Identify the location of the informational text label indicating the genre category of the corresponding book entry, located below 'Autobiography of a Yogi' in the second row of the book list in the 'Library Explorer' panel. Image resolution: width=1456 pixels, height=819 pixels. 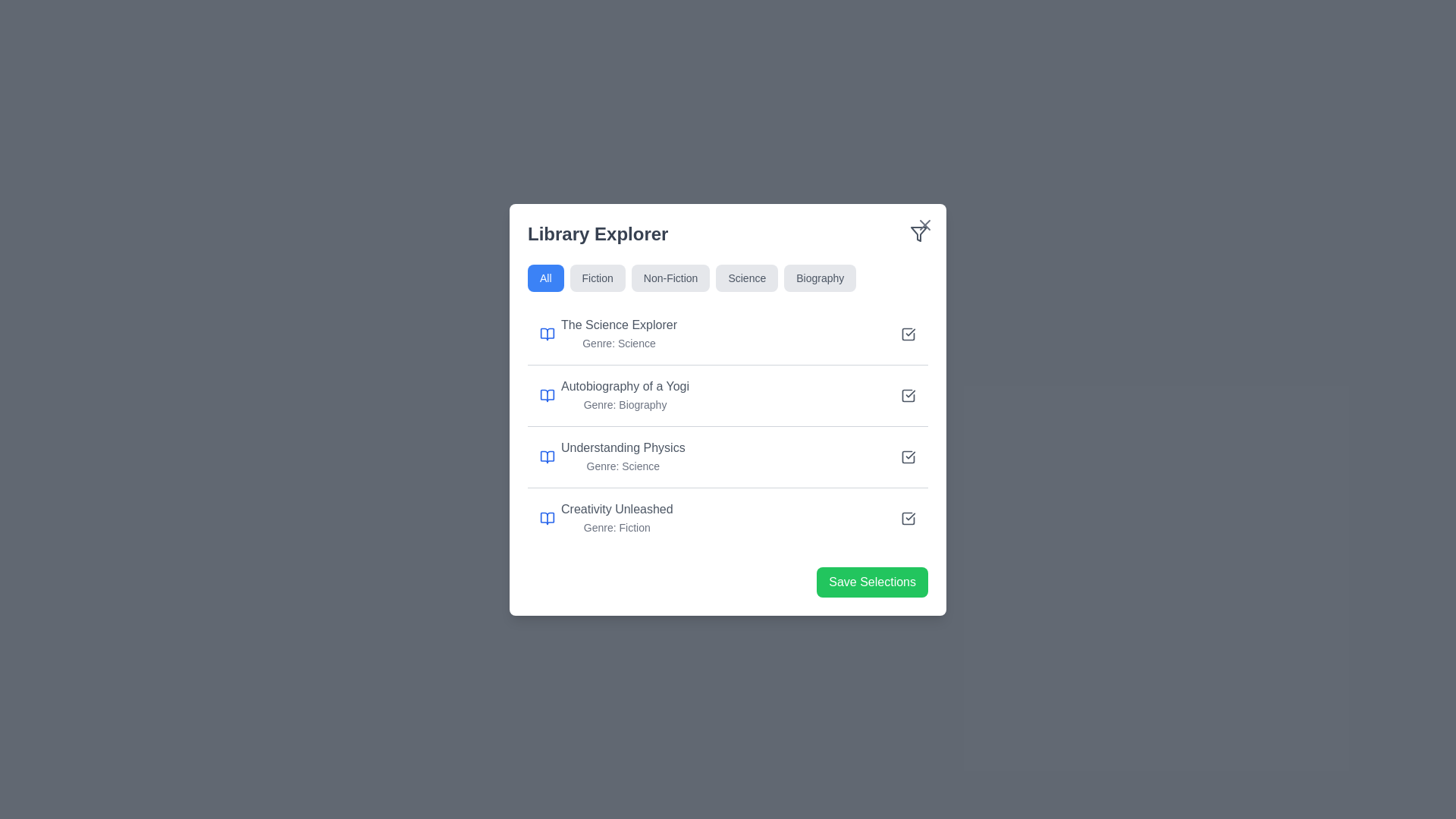
(625, 403).